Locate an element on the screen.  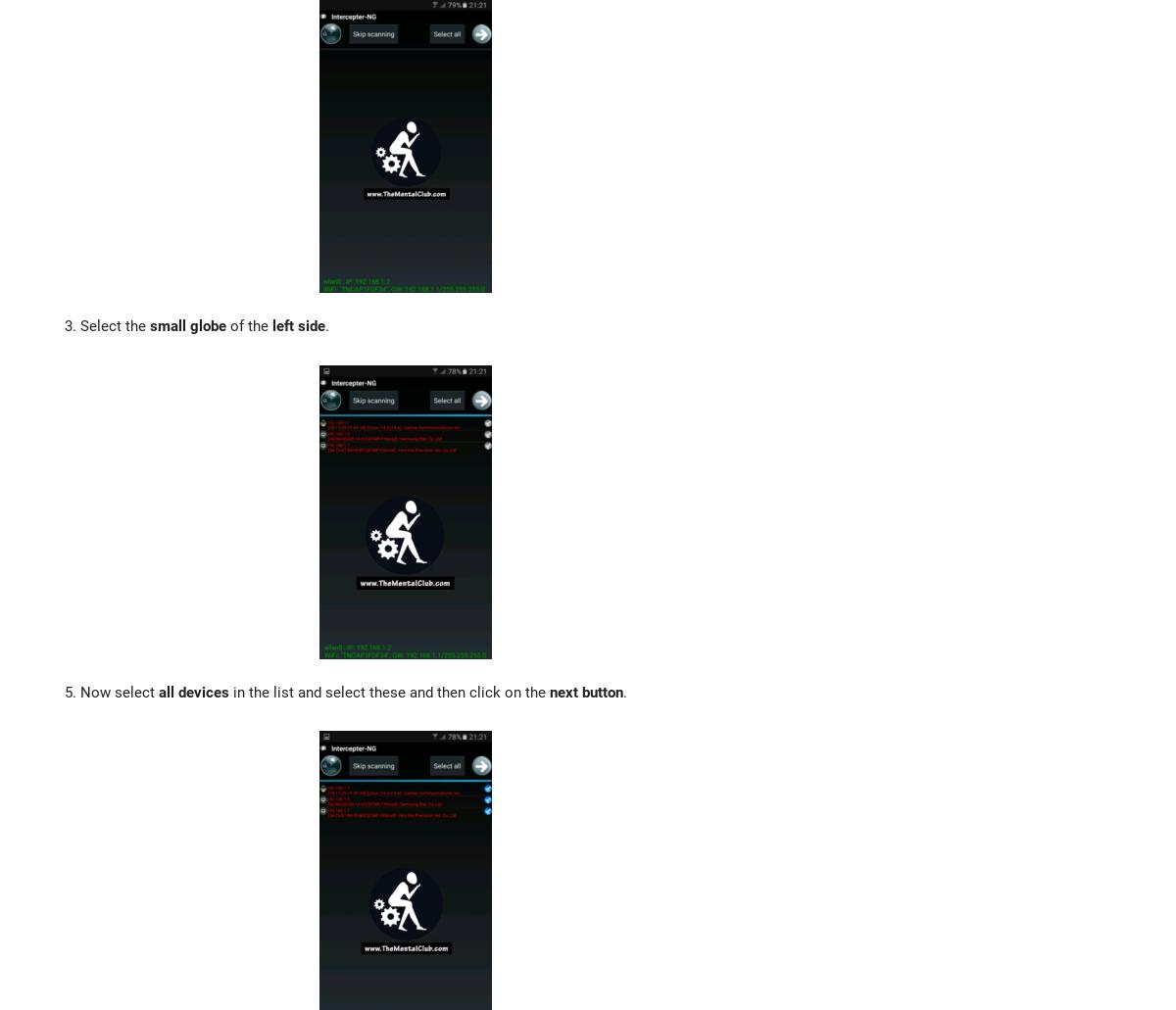
'5. Now select' is located at coordinates (112, 692).